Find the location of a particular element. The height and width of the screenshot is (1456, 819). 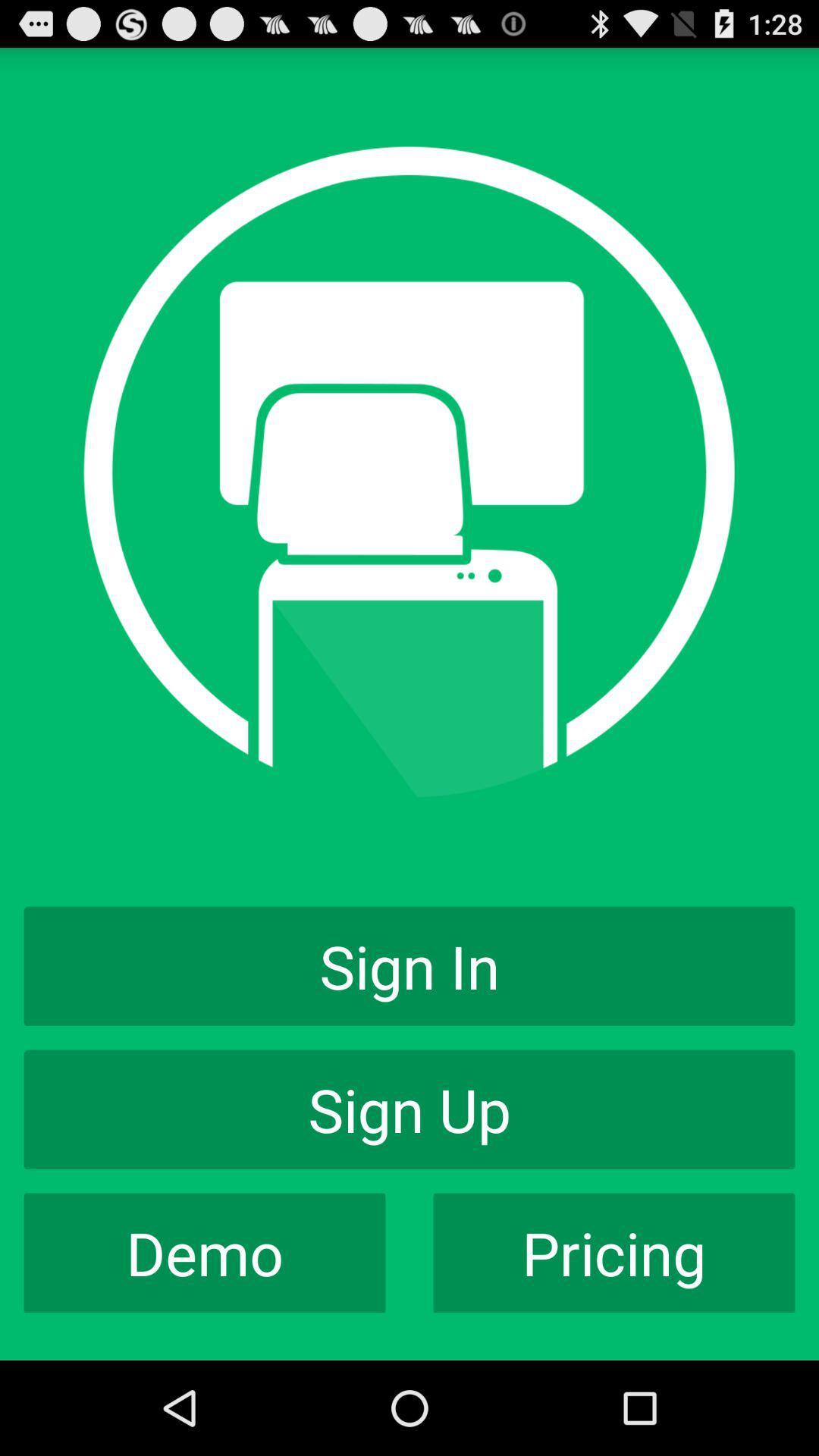

the sign in item is located at coordinates (409, 965).